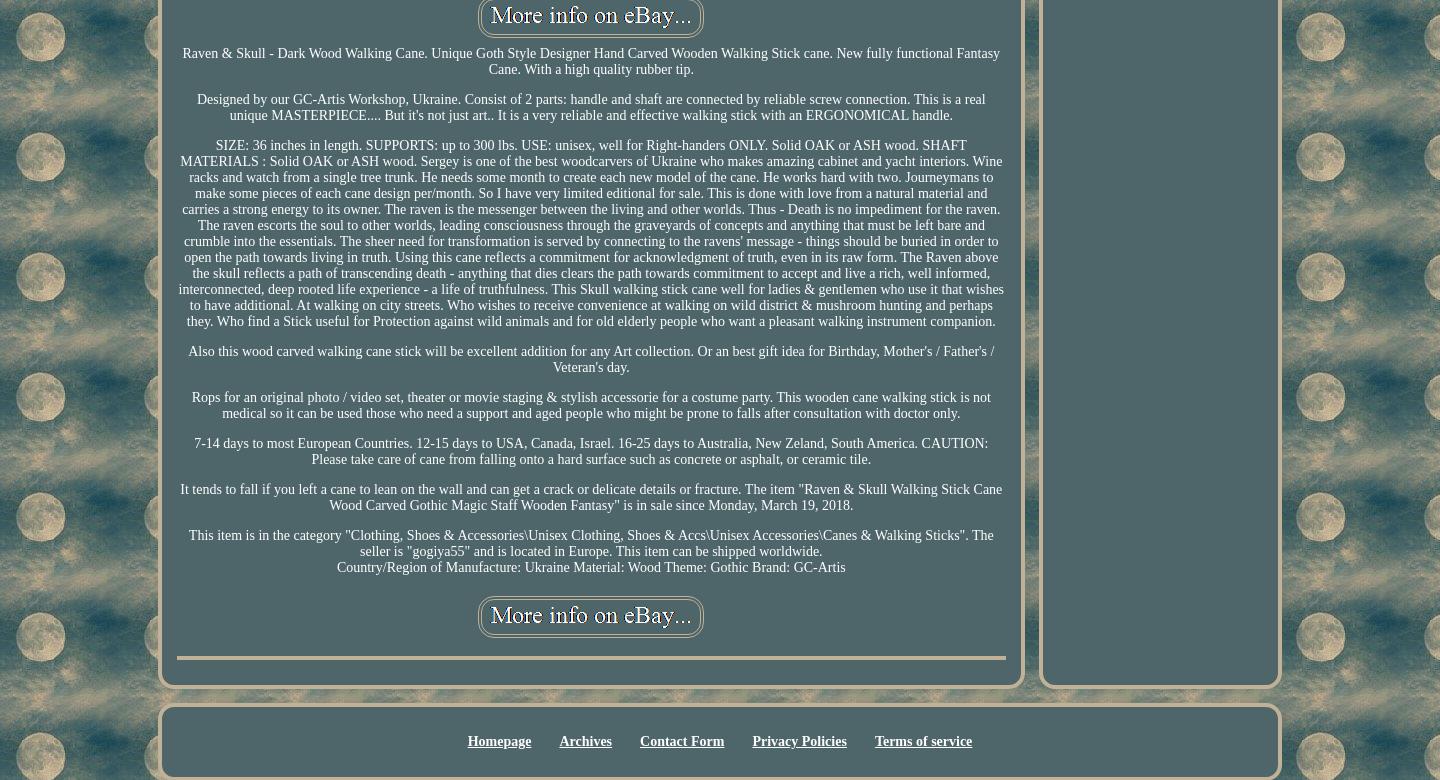 Image resolution: width=1440 pixels, height=780 pixels. I want to click on '7-14 days to most European Countries. 12-15 days to USA, Canada, Israel. 16-25 days to Australia, New Zeland, South America. CAUTION: Please take care of cane from falling onto a hard surface such as concrete or asphalt, or ceramic tile.', so click(590, 451).